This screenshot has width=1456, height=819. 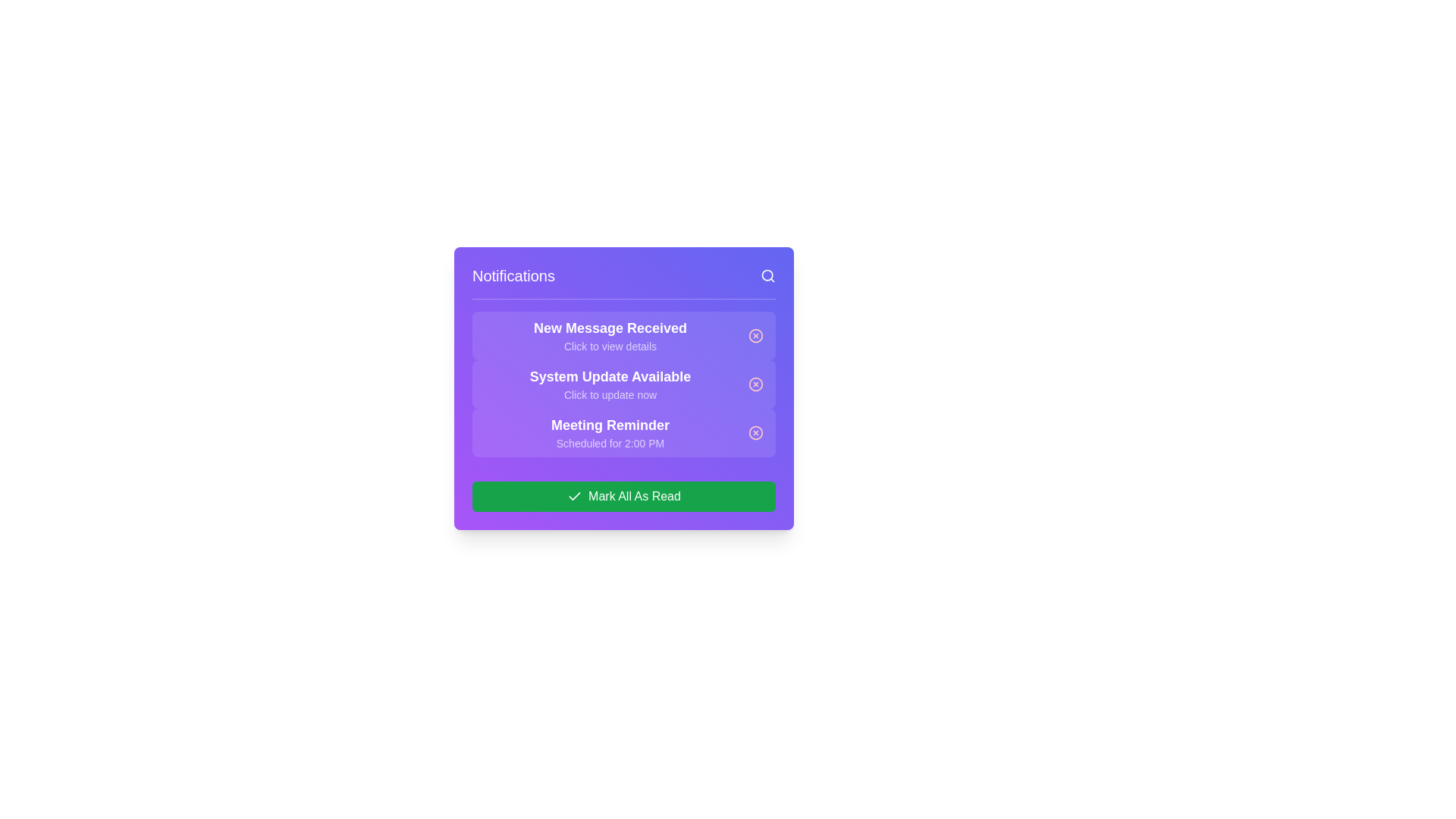 What do you see at coordinates (513, 275) in the screenshot?
I see `the static text label indicating the purpose of the notification panel, which is located at the top-left corner of a purple panel and aligned horizontally with a search icon` at bounding box center [513, 275].